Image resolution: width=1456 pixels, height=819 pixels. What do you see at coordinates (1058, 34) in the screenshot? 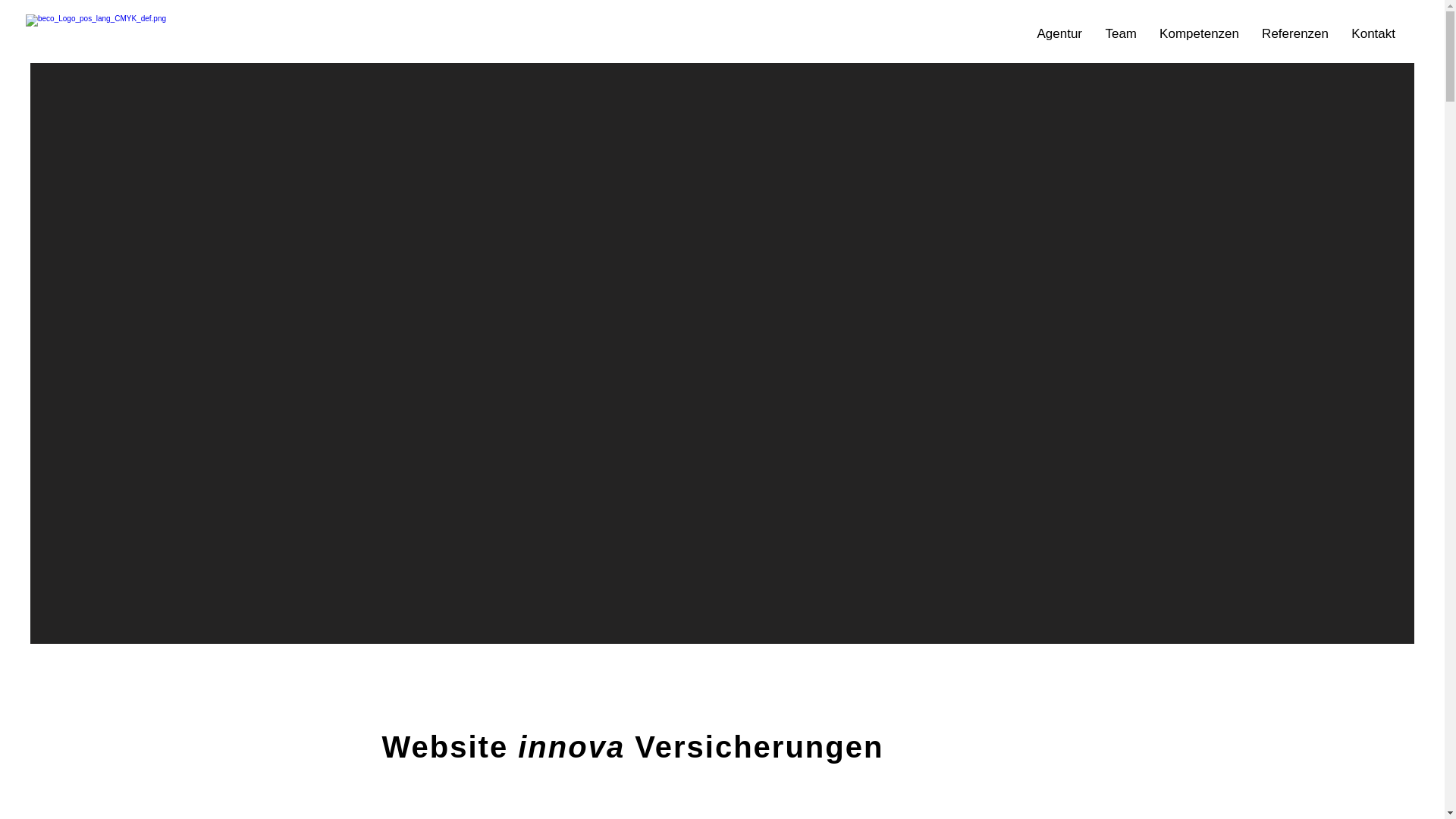
I see `'Agentur'` at bounding box center [1058, 34].